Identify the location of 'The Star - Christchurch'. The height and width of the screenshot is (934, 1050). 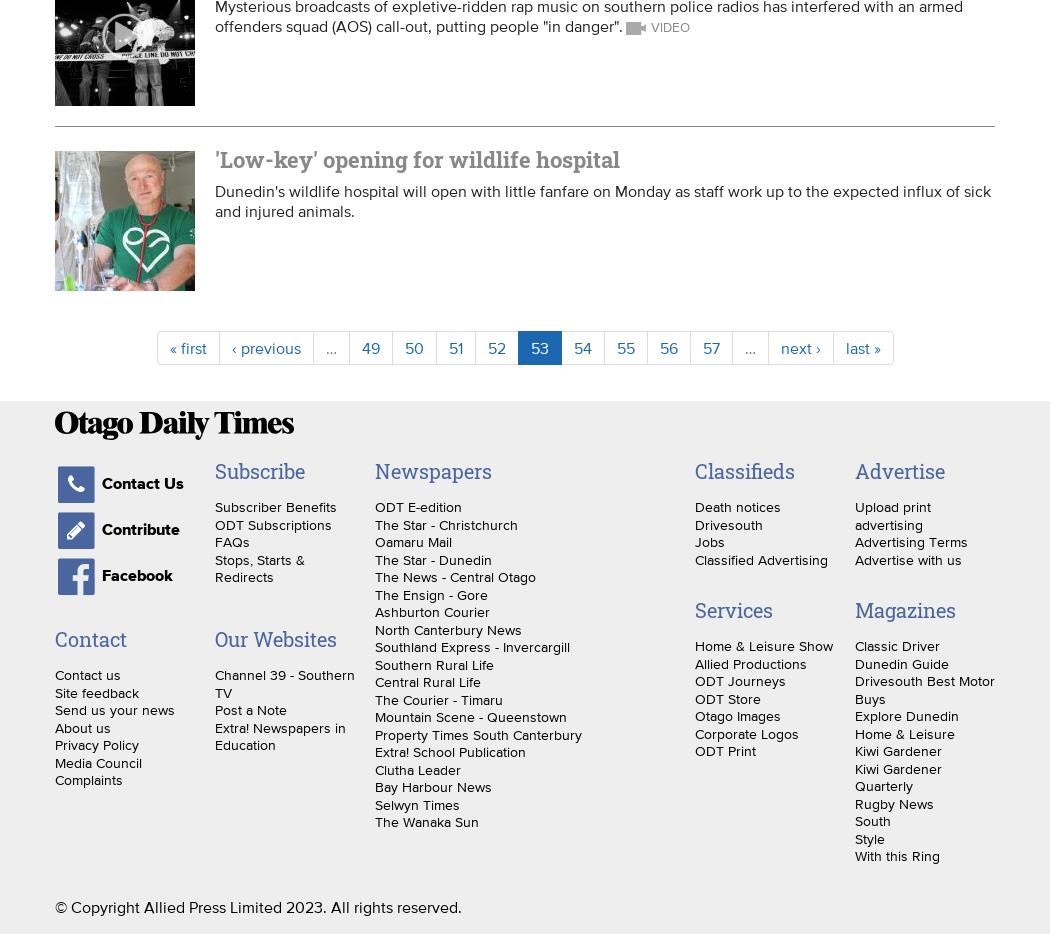
(373, 523).